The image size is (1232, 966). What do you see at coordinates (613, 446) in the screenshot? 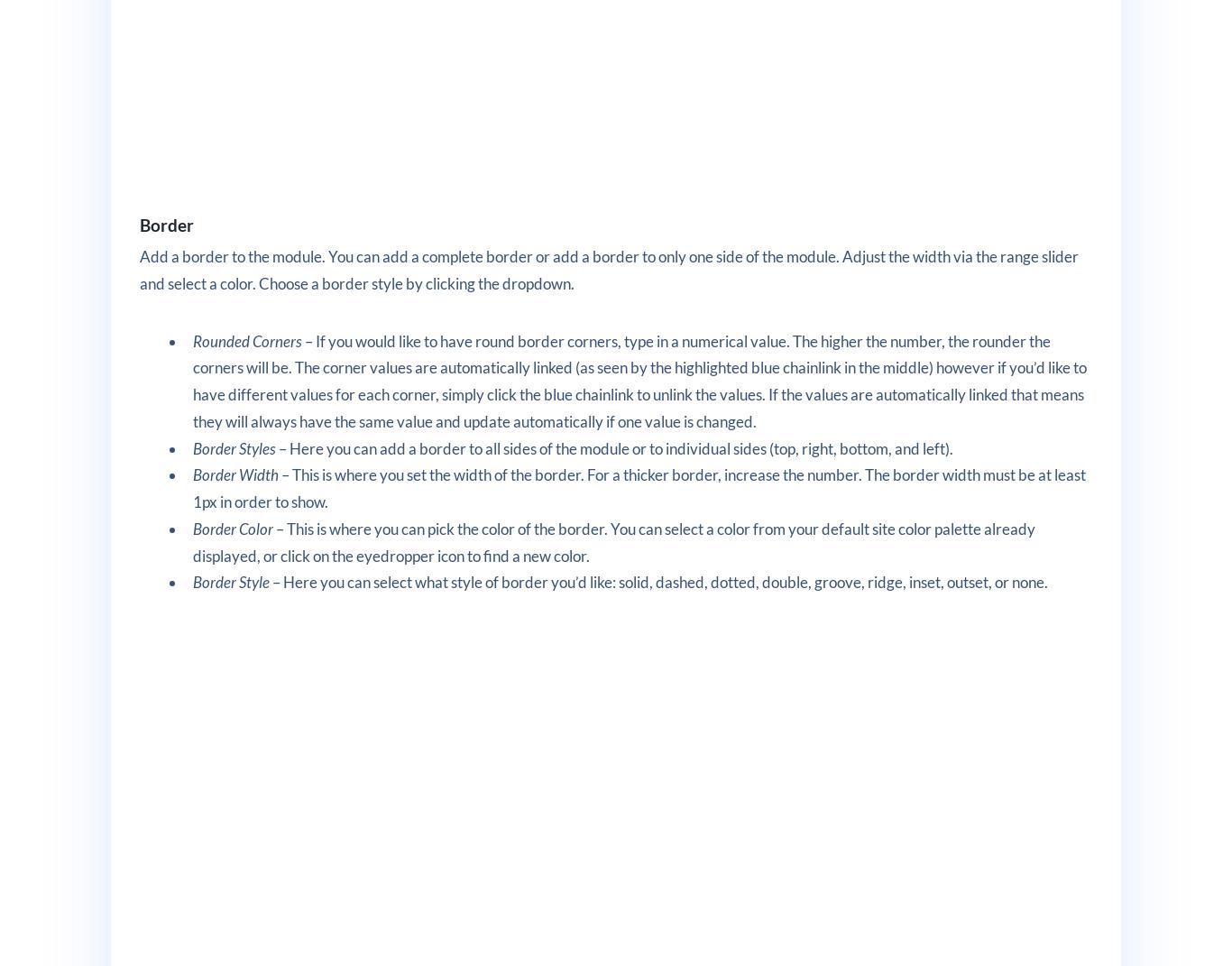
I see `'– Here you can add a border to all sides of the module or to individual sides (top, right, bottom, and left).'` at bounding box center [613, 446].